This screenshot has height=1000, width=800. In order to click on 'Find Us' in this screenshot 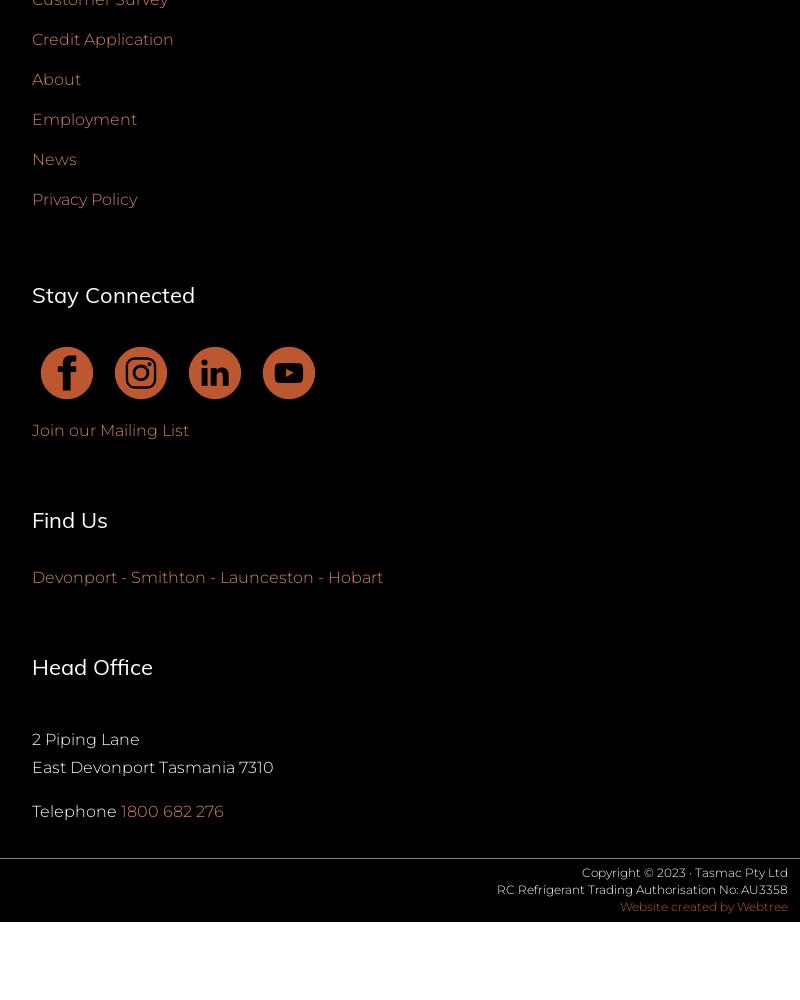, I will do `click(70, 520)`.